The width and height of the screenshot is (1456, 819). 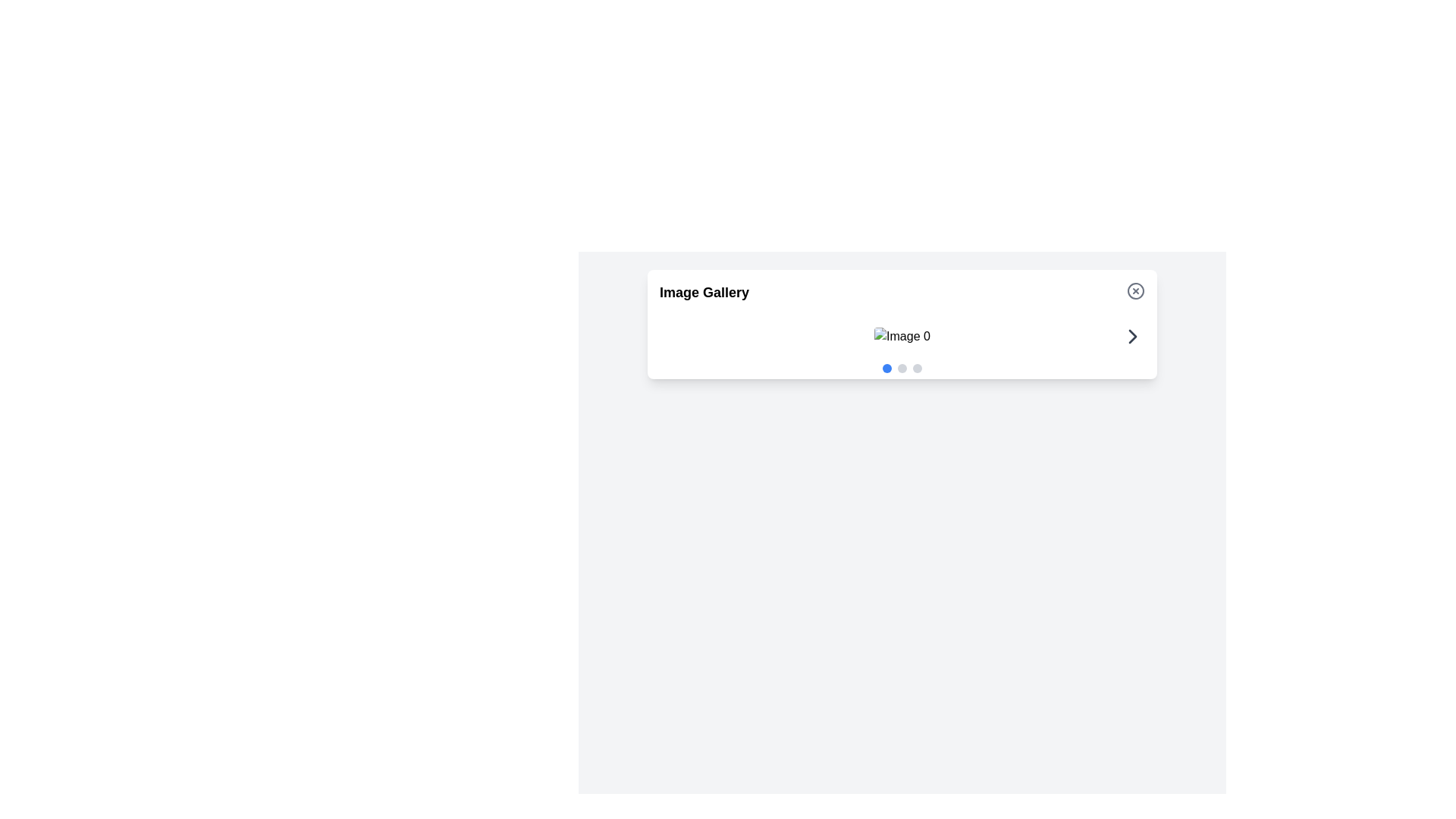 What do you see at coordinates (902, 335) in the screenshot?
I see `the dark gray image with white text 'Image0'` at bounding box center [902, 335].